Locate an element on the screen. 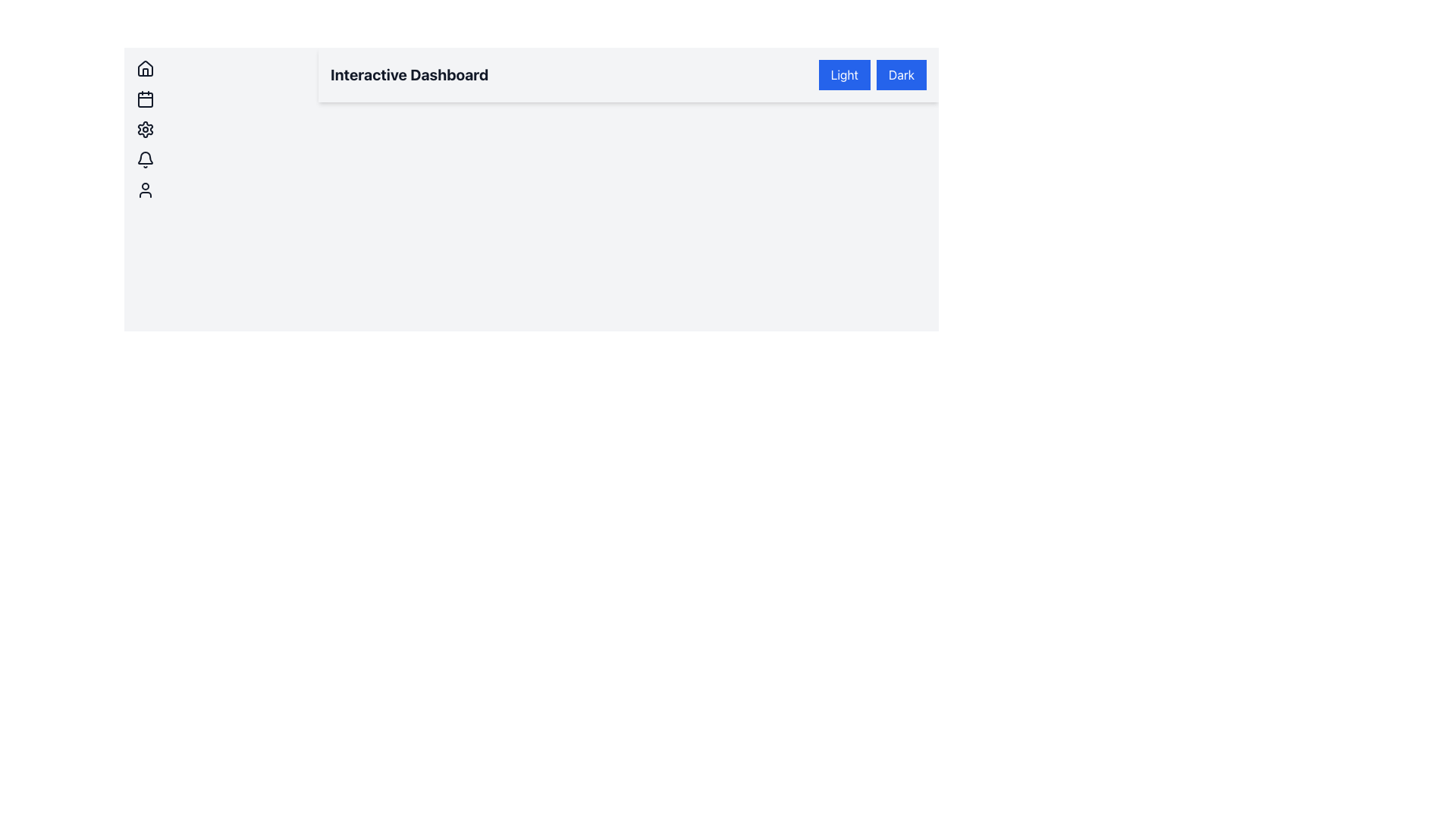 This screenshot has width=1456, height=819. the house-shaped icon at the top of the vertical list of icons on the left side of the interface is located at coordinates (146, 69).